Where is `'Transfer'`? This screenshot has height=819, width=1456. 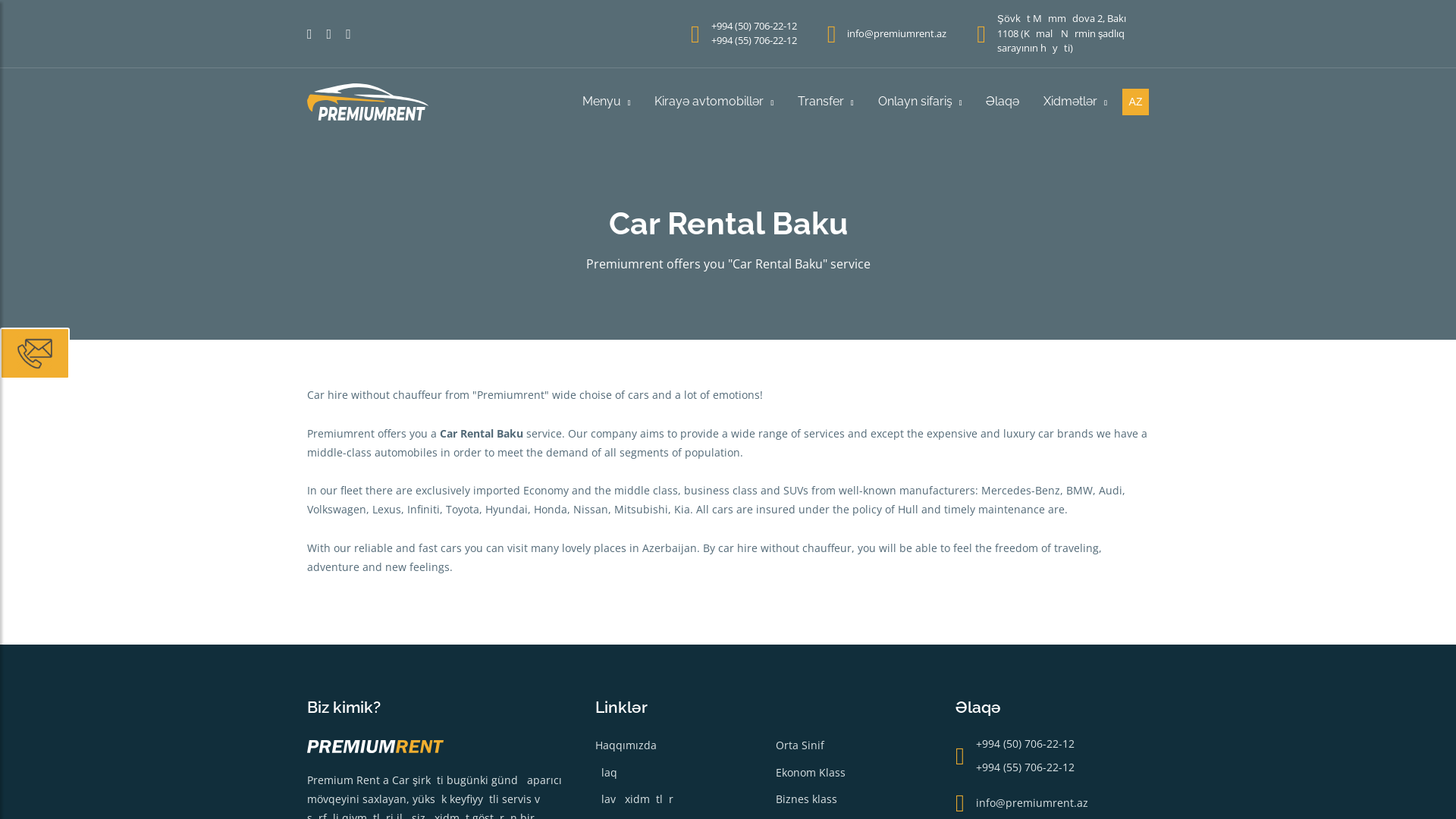 'Transfer' is located at coordinates (825, 102).